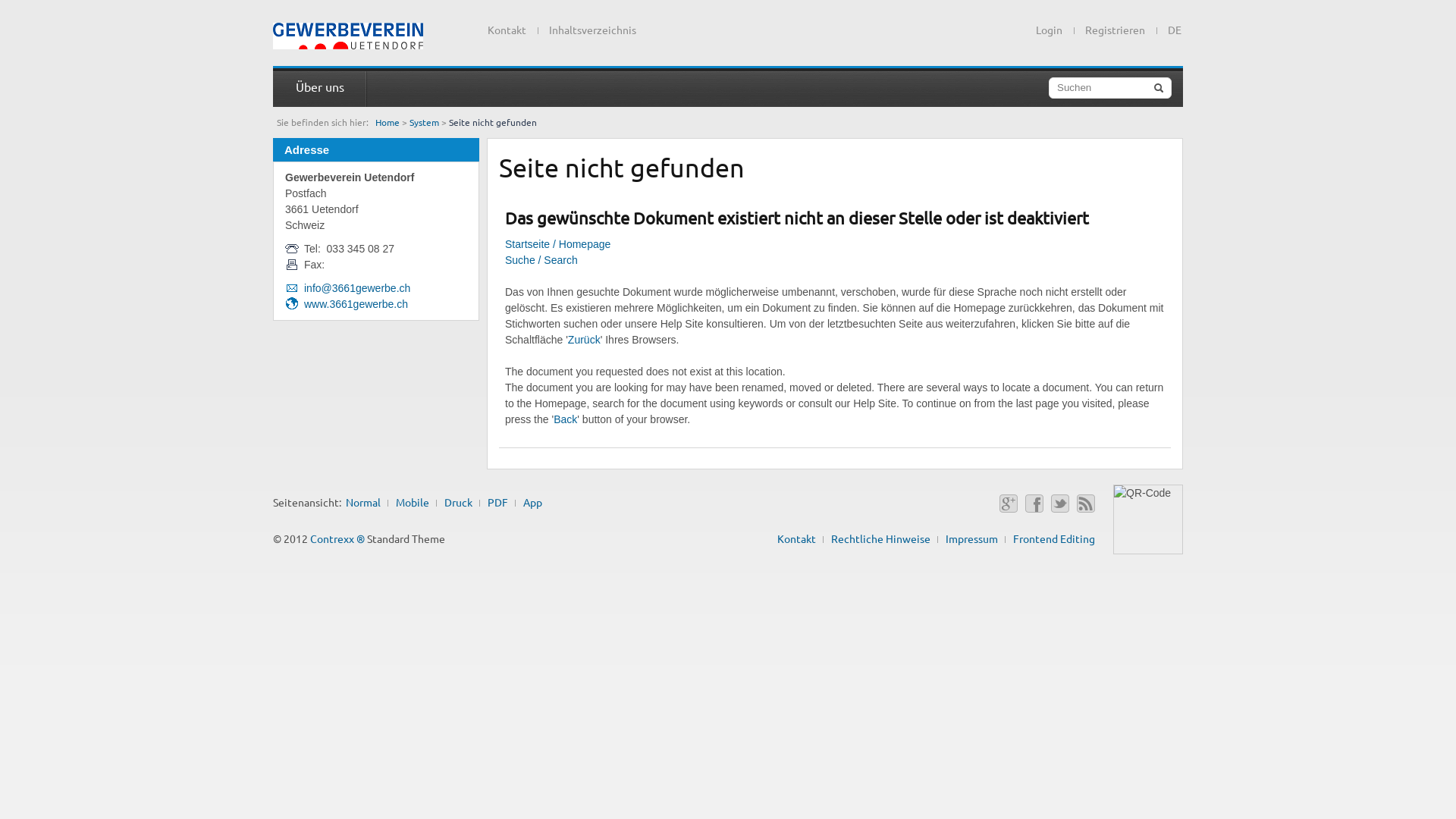  What do you see at coordinates (591, 29) in the screenshot?
I see `'Inhaltsverzeichnis'` at bounding box center [591, 29].